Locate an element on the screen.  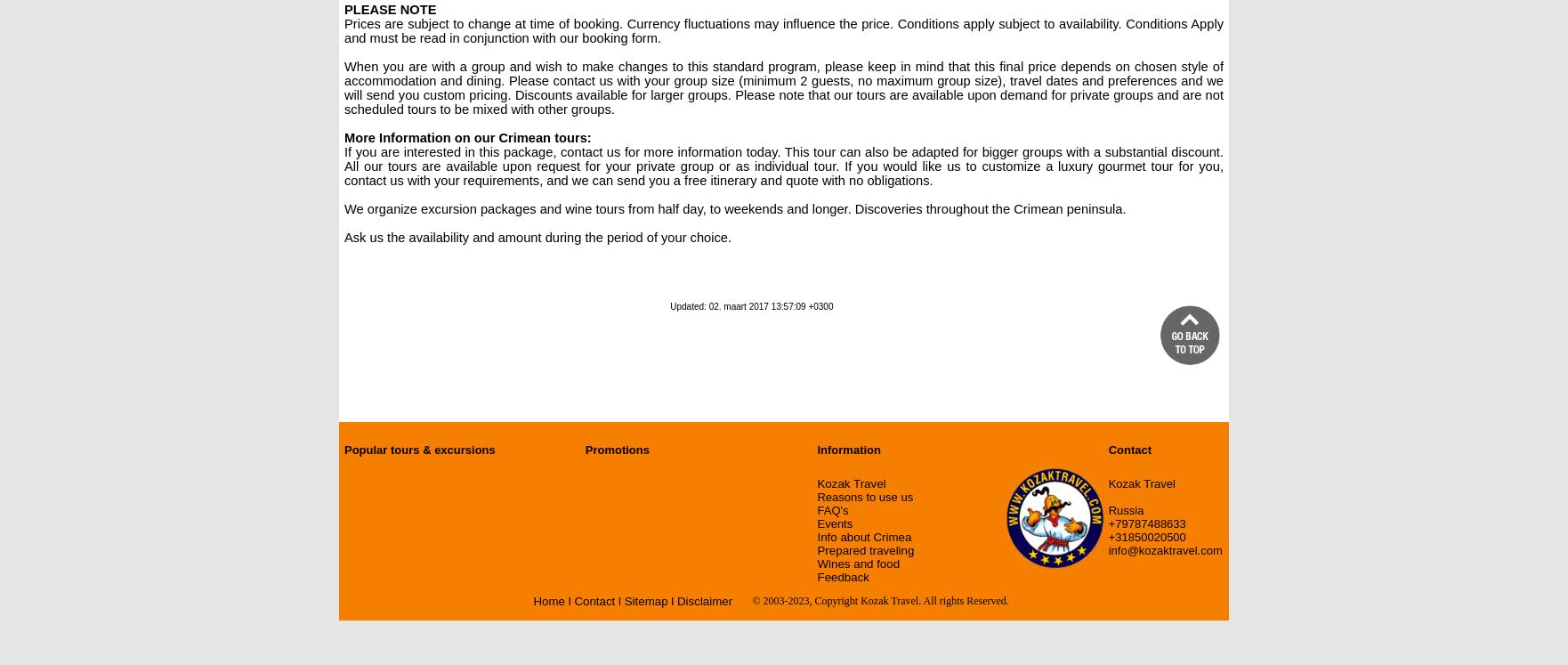
'+318' is located at coordinates (1108, 537).